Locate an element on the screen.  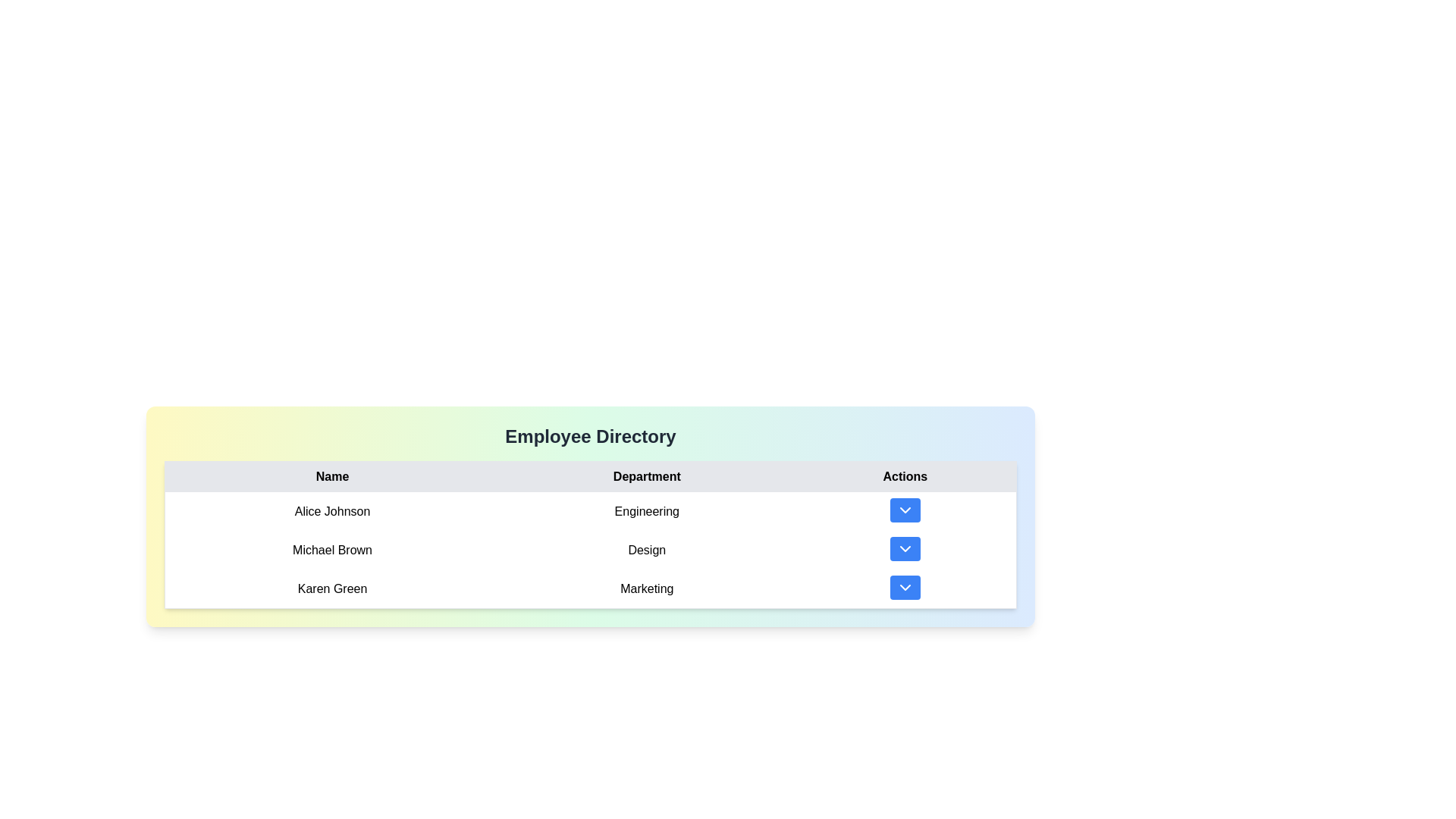
the dropdown button in the 'Actions' column is located at coordinates (905, 550).